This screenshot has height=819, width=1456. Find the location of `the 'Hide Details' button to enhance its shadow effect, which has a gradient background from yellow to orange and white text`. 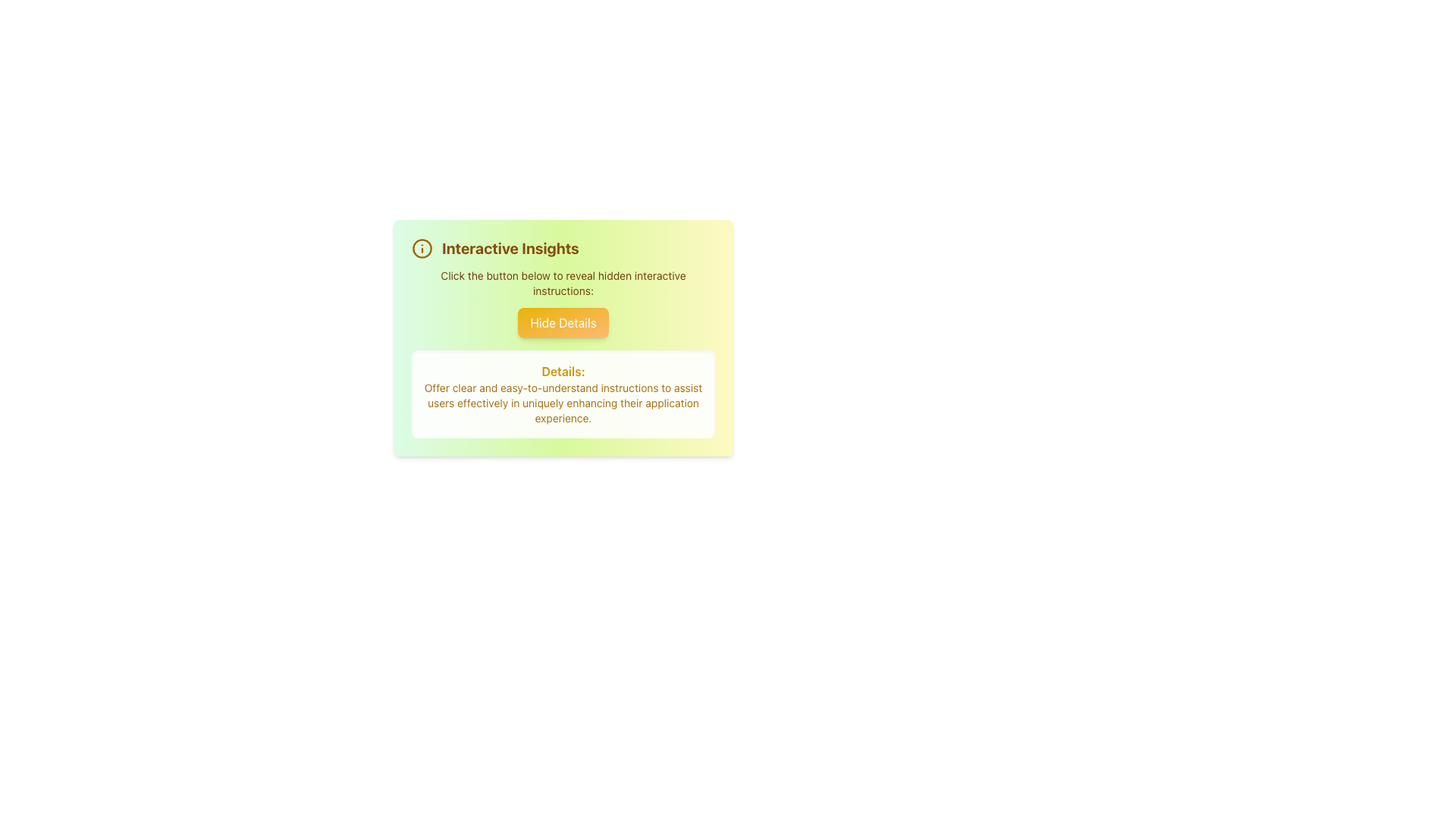

the 'Hide Details' button to enhance its shadow effect, which has a gradient background from yellow to orange and white text is located at coordinates (563, 322).